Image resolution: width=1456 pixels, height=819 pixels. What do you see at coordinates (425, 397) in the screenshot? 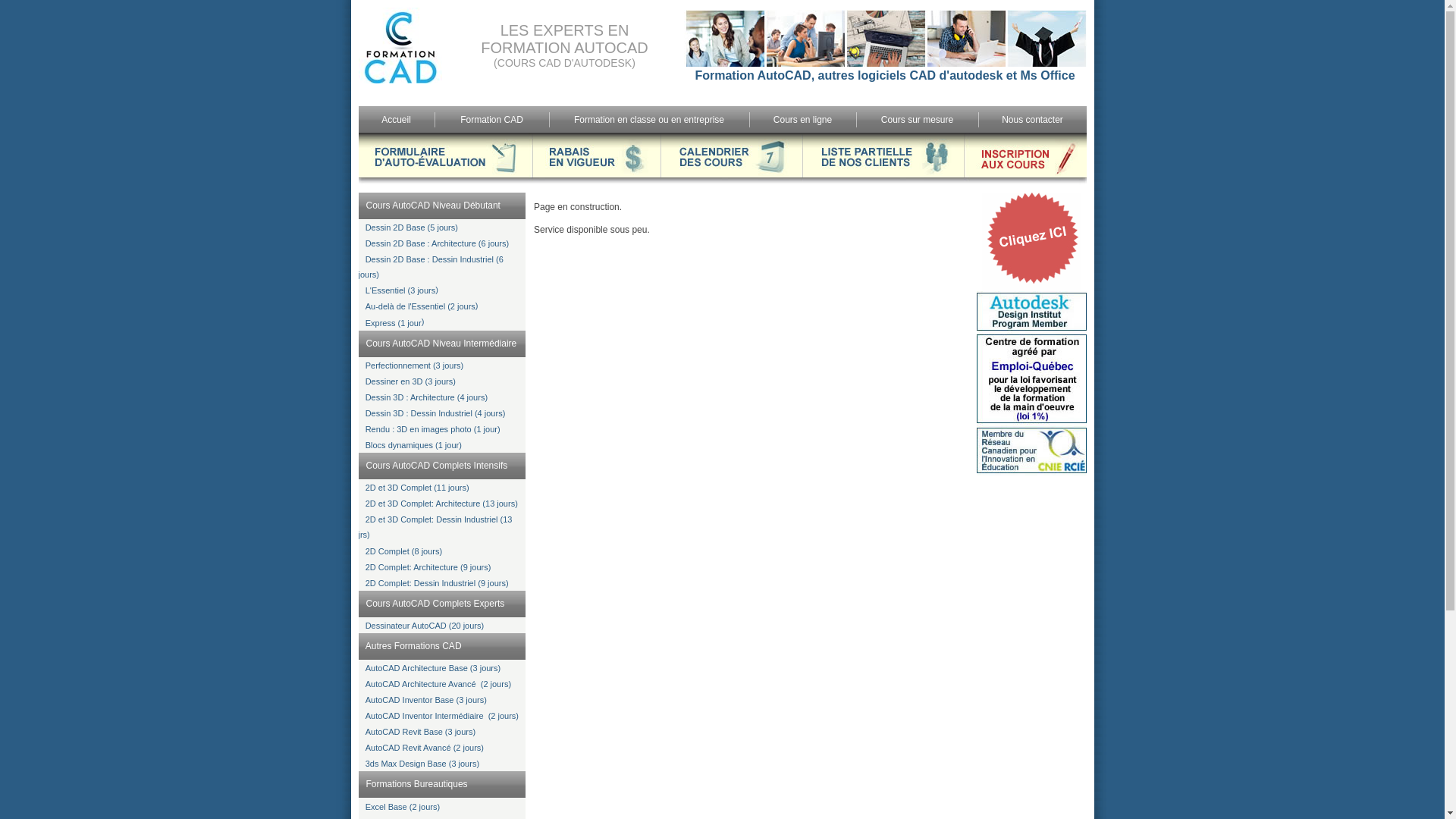
I see `'Dessin 3D : Architecture (4 jours)'` at bounding box center [425, 397].